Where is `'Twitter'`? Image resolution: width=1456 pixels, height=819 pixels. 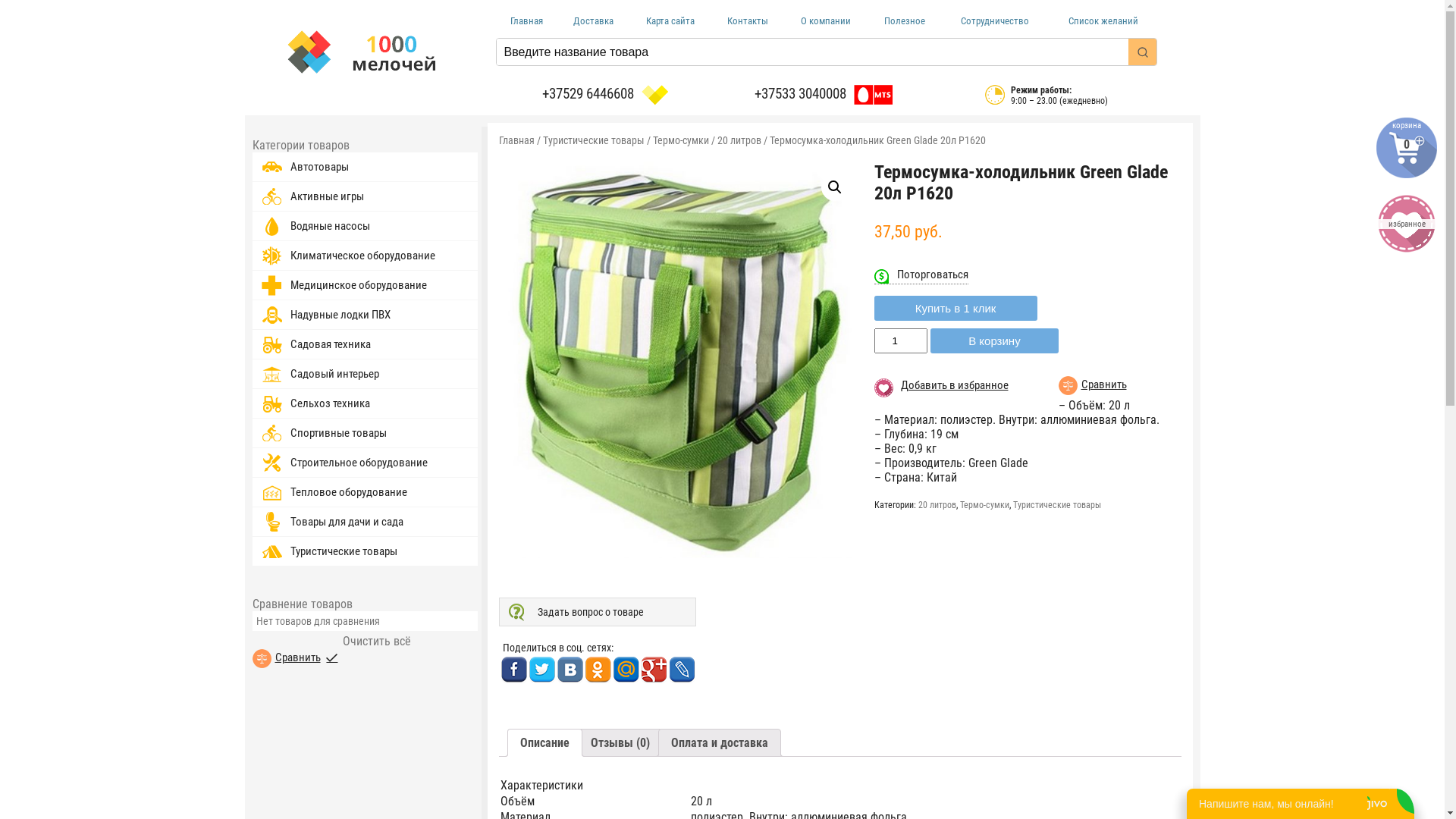 'Twitter' is located at coordinates (541, 669).